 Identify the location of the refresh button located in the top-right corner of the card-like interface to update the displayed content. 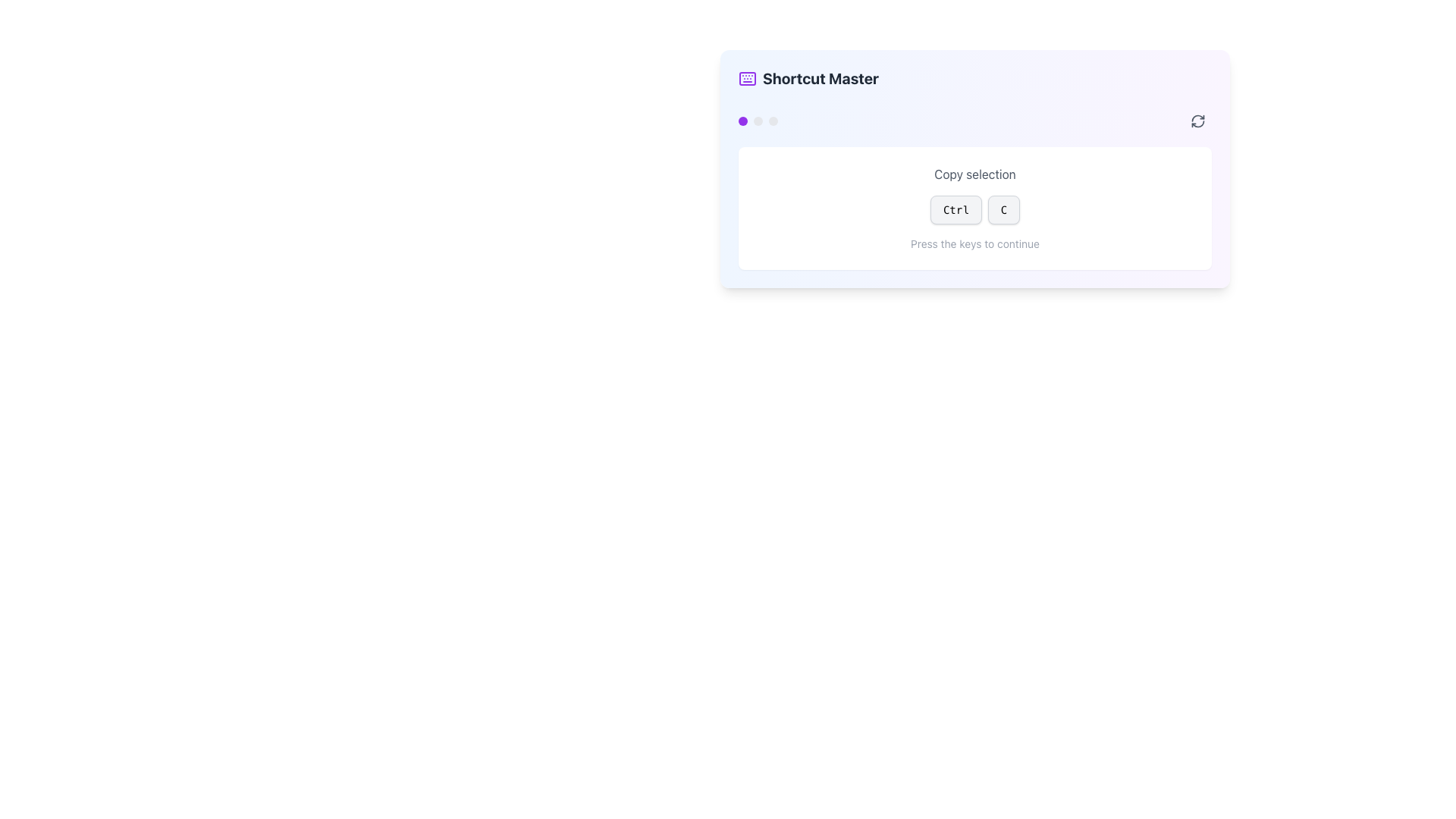
(1197, 120).